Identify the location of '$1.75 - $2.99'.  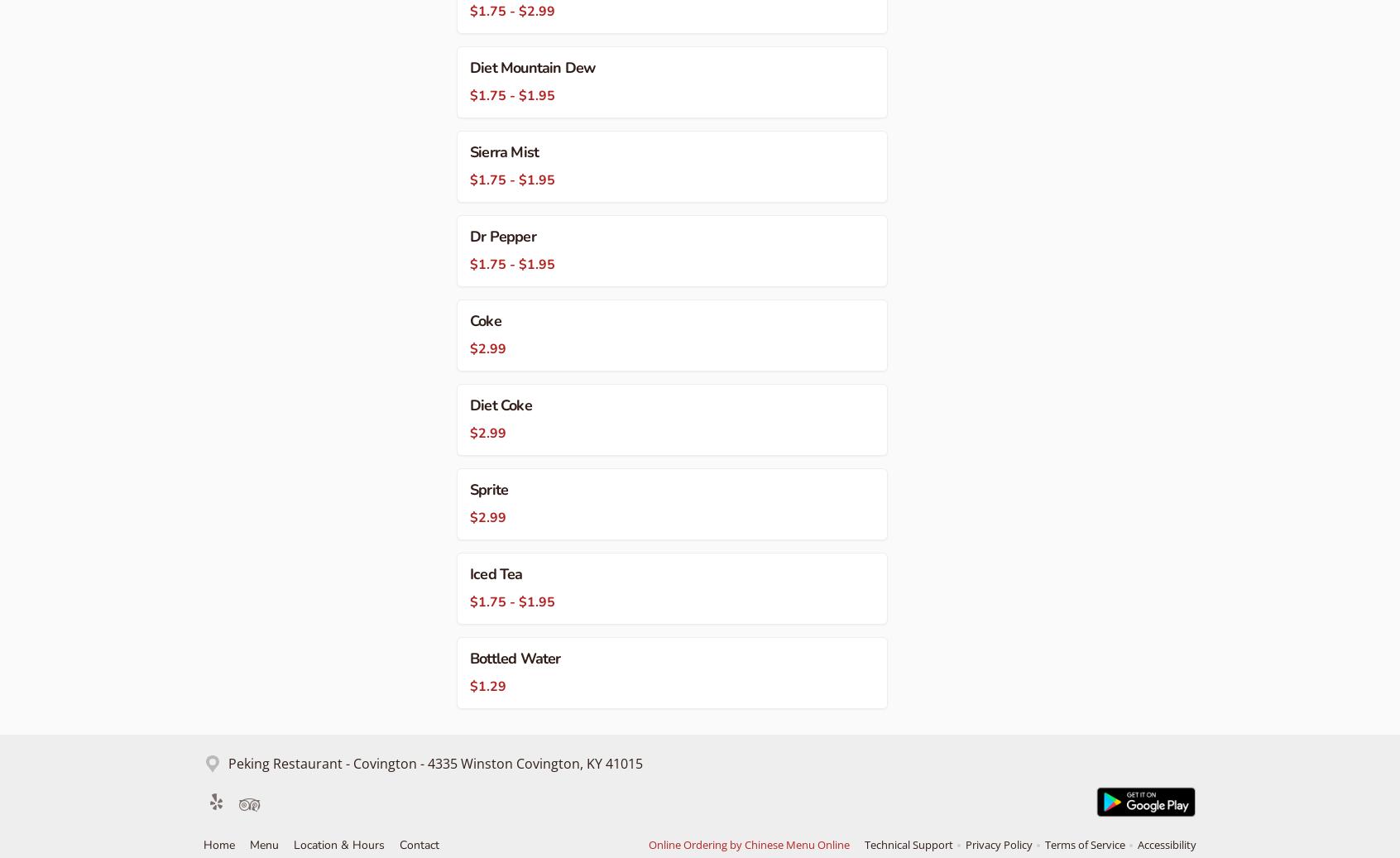
(511, 9).